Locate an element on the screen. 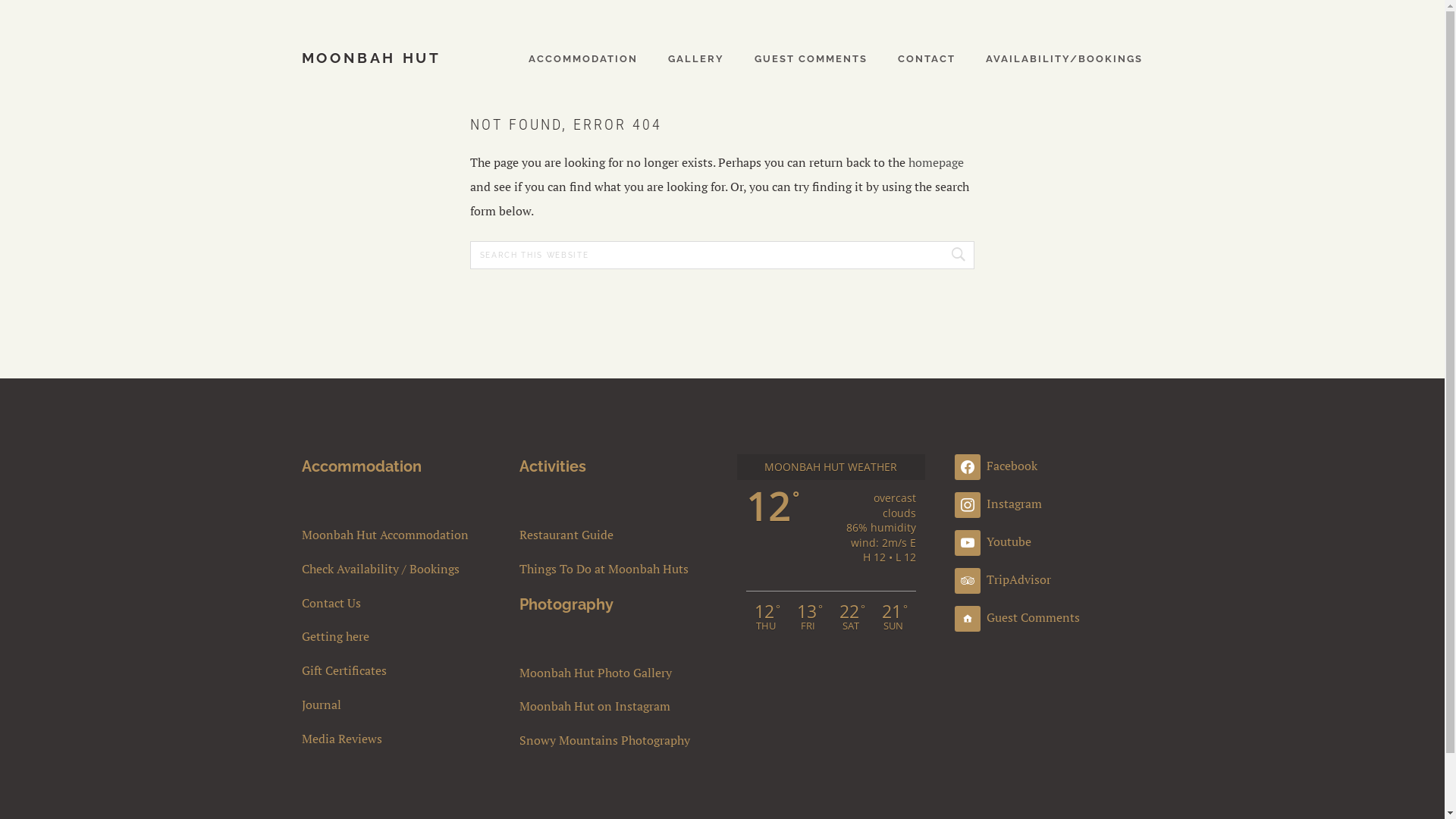 This screenshot has height=819, width=1456. 'Restaurant Guide' is located at coordinates (519, 534).